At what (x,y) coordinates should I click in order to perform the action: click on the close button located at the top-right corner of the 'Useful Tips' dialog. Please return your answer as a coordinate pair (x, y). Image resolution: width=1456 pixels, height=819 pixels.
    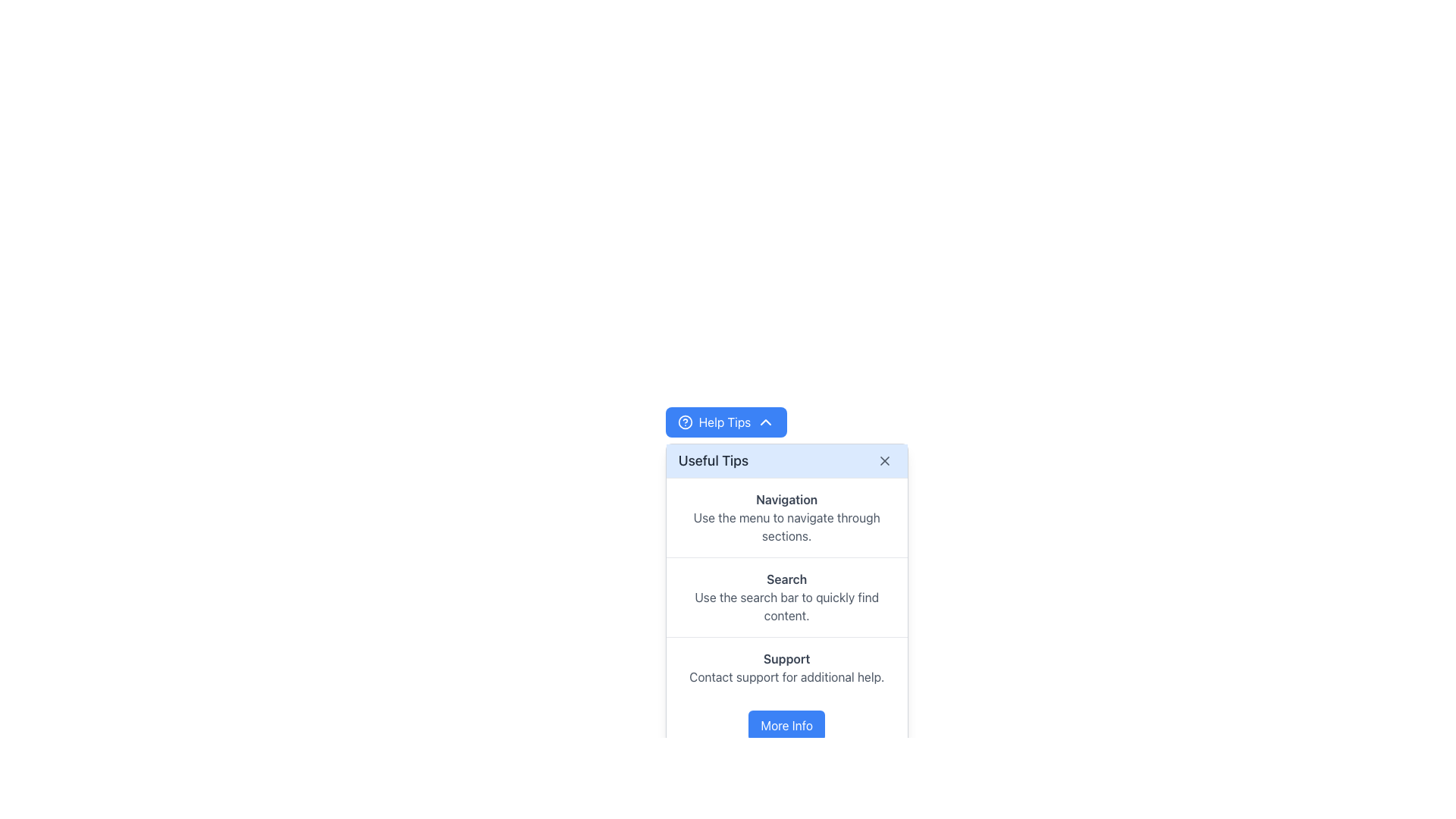
    Looking at the image, I should click on (884, 460).